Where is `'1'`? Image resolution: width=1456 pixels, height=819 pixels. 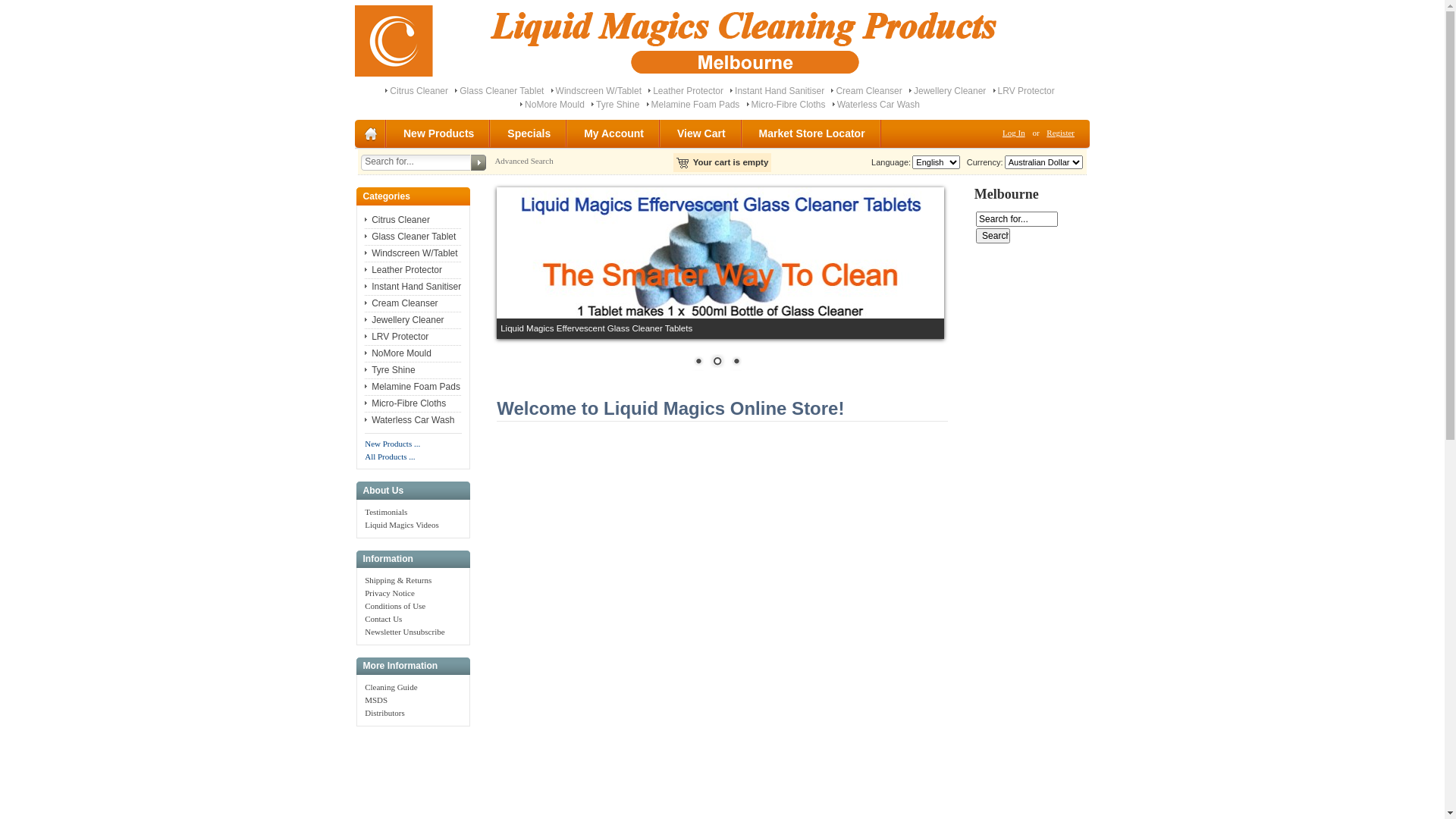
'1' is located at coordinates (698, 362).